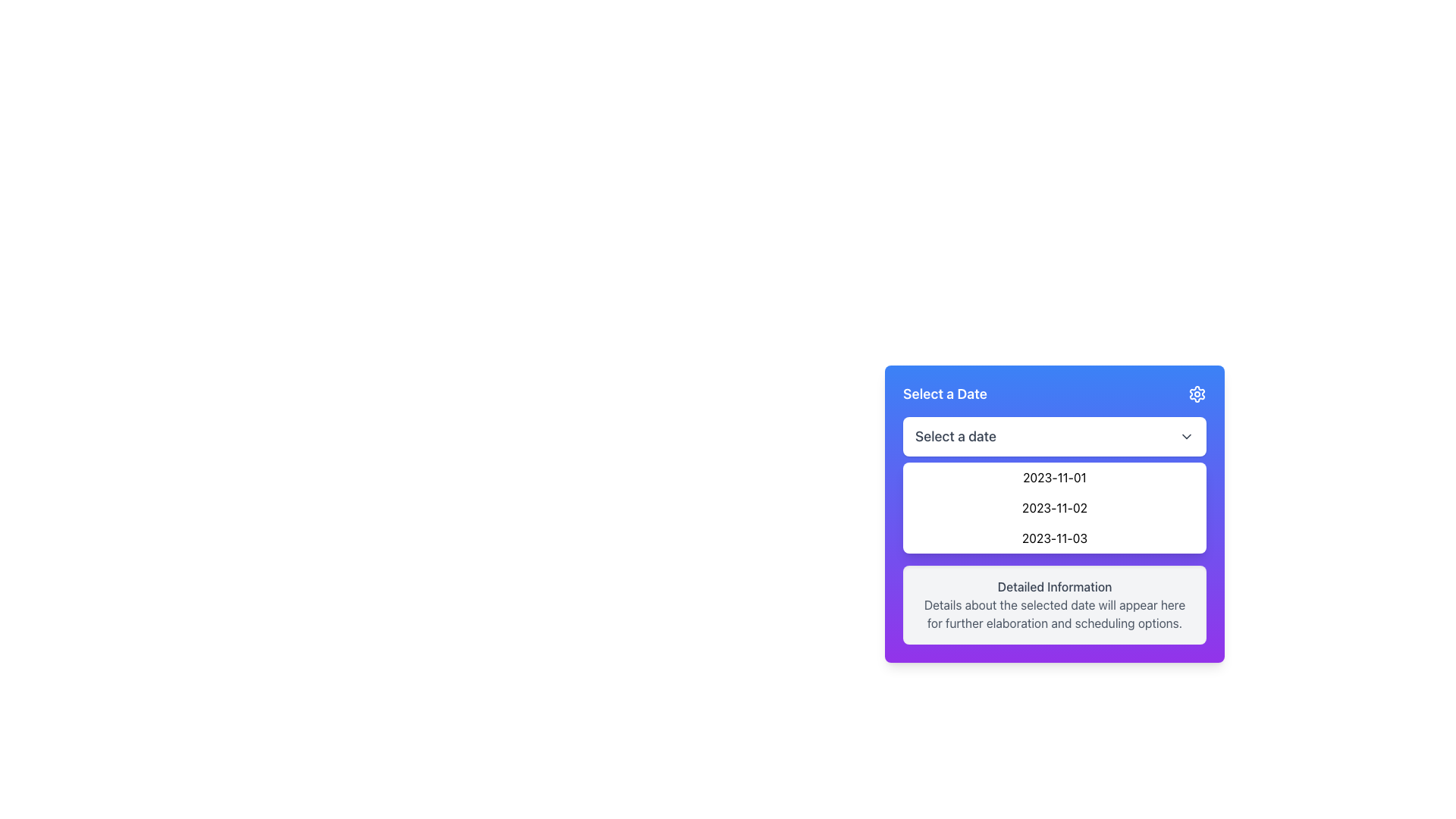  I want to click on the Dropdown Indicator Icon, which is a downward-facing arrow located at the right edge of the 'Select a date' button, so click(1185, 436).